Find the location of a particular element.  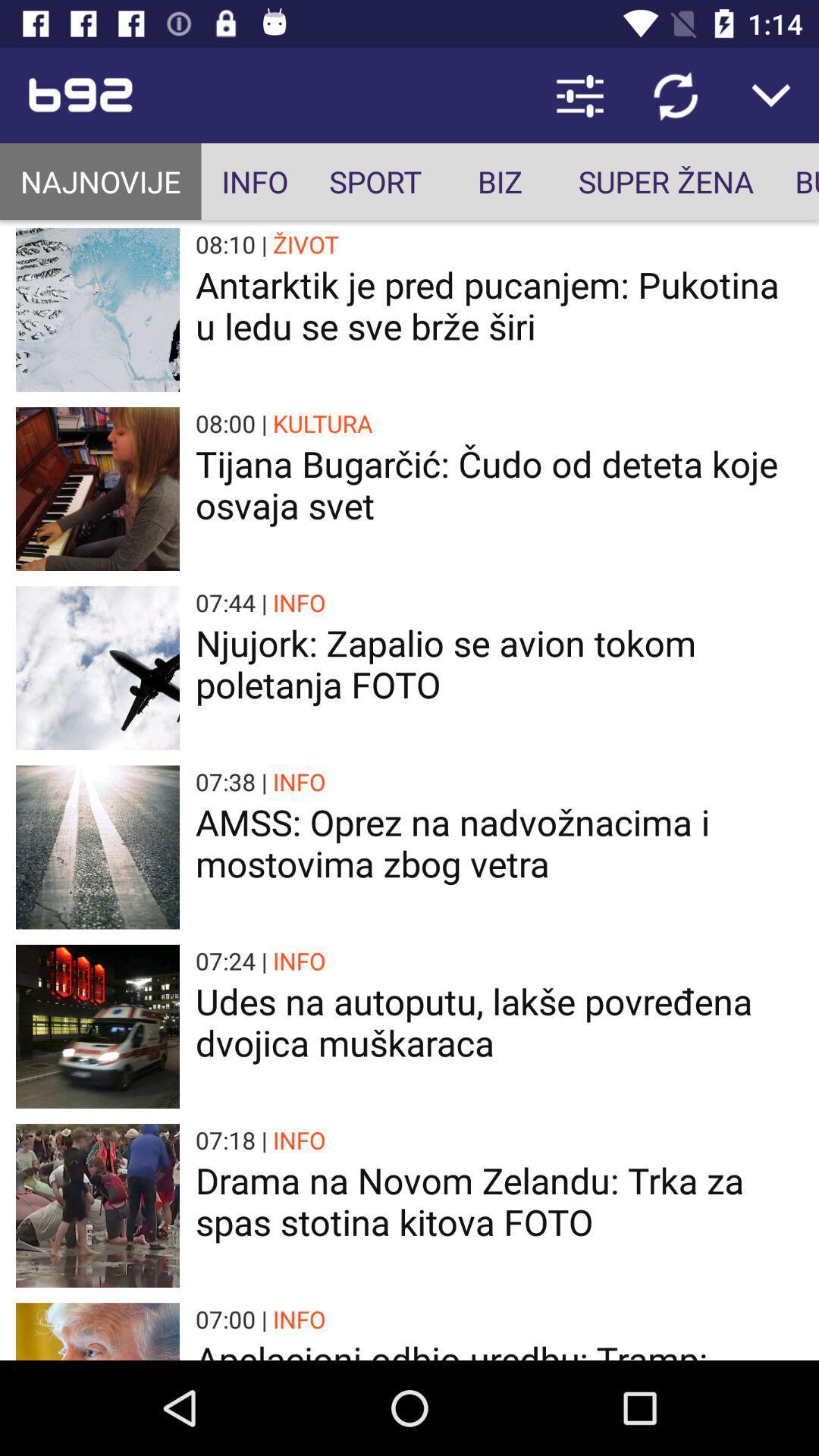

the   biz is located at coordinates (500, 181).